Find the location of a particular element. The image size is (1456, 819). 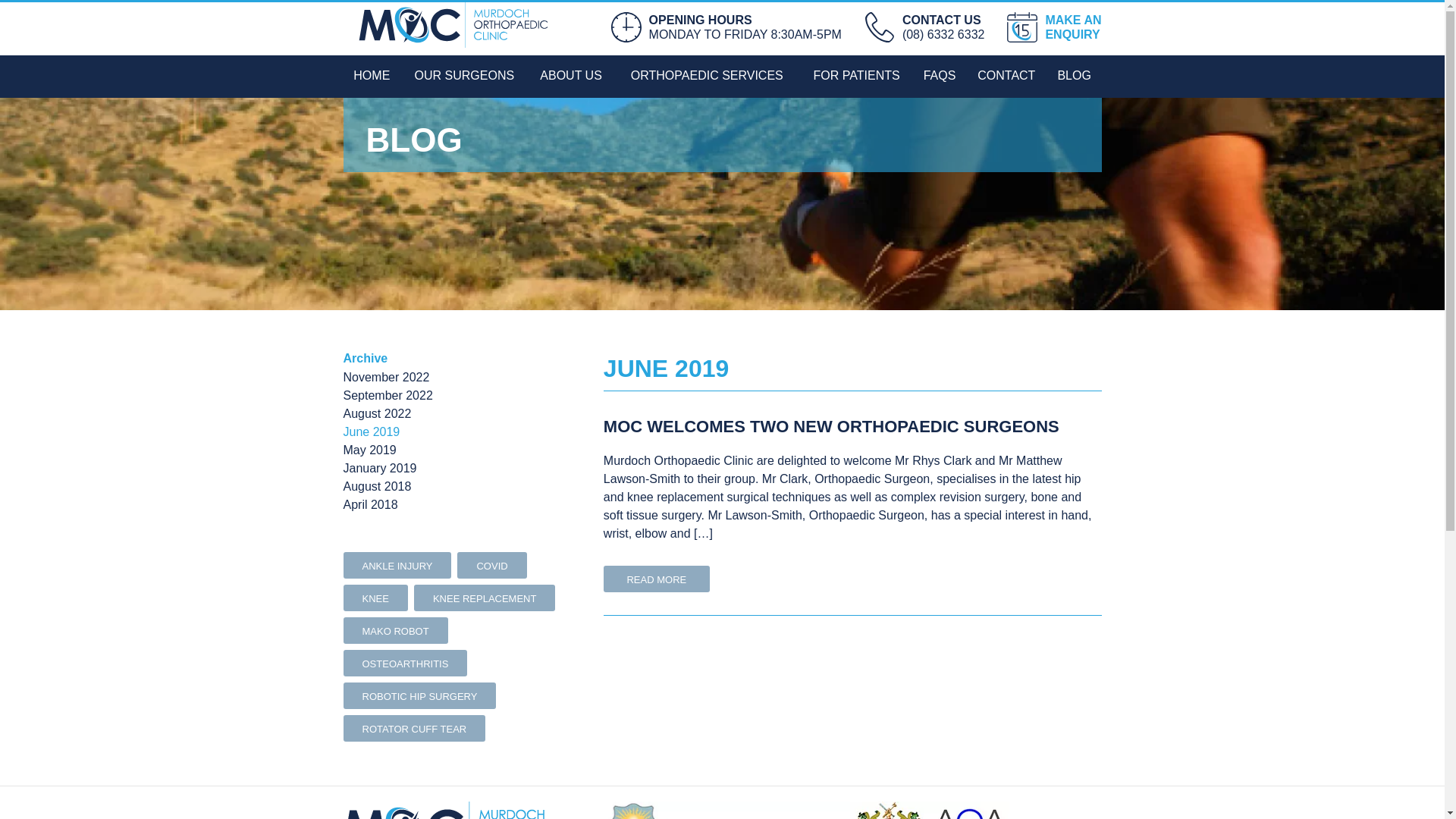

'KNEE REPLACEMENT' is located at coordinates (414, 597).